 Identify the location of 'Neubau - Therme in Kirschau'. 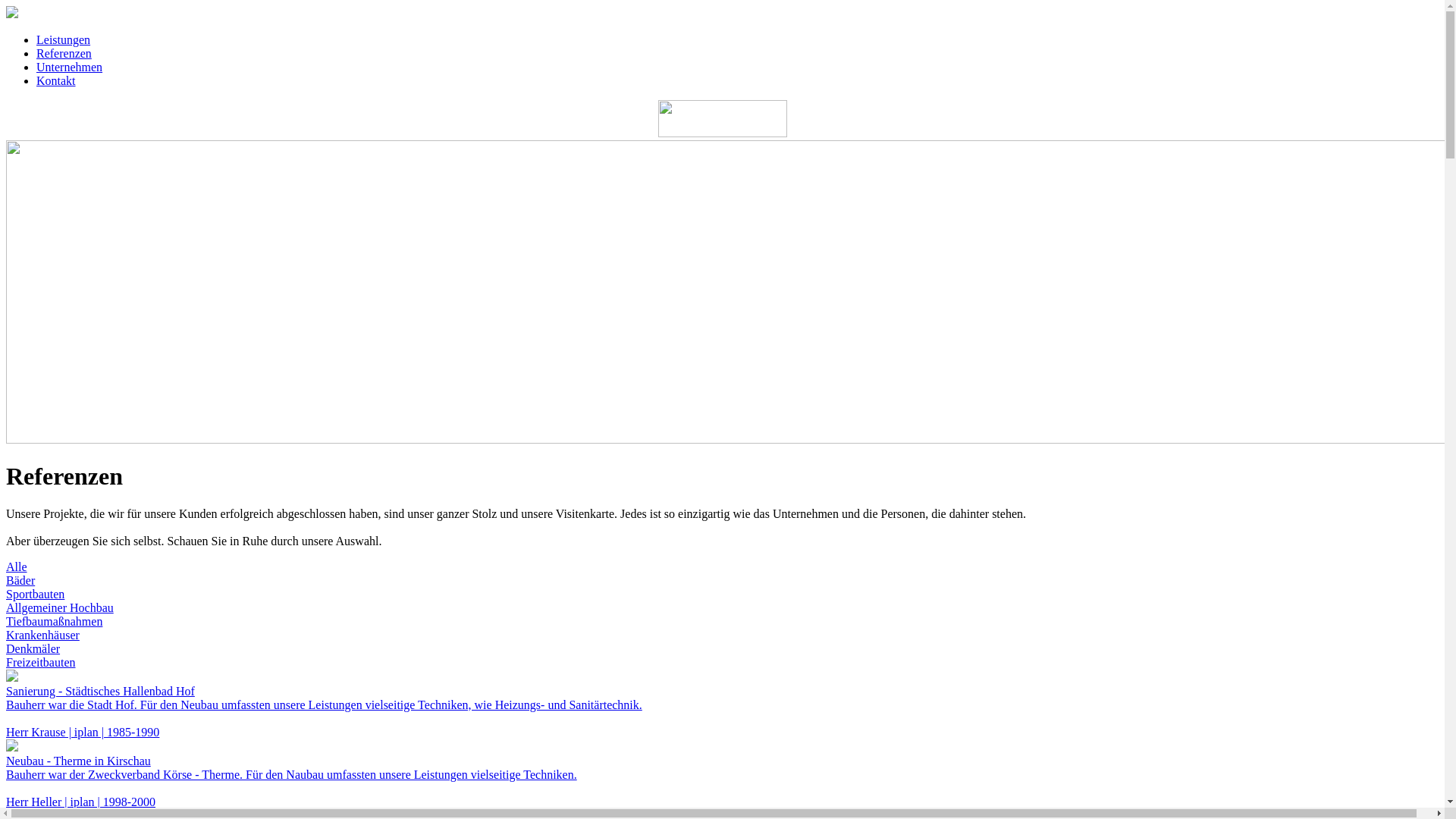
(77, 761).